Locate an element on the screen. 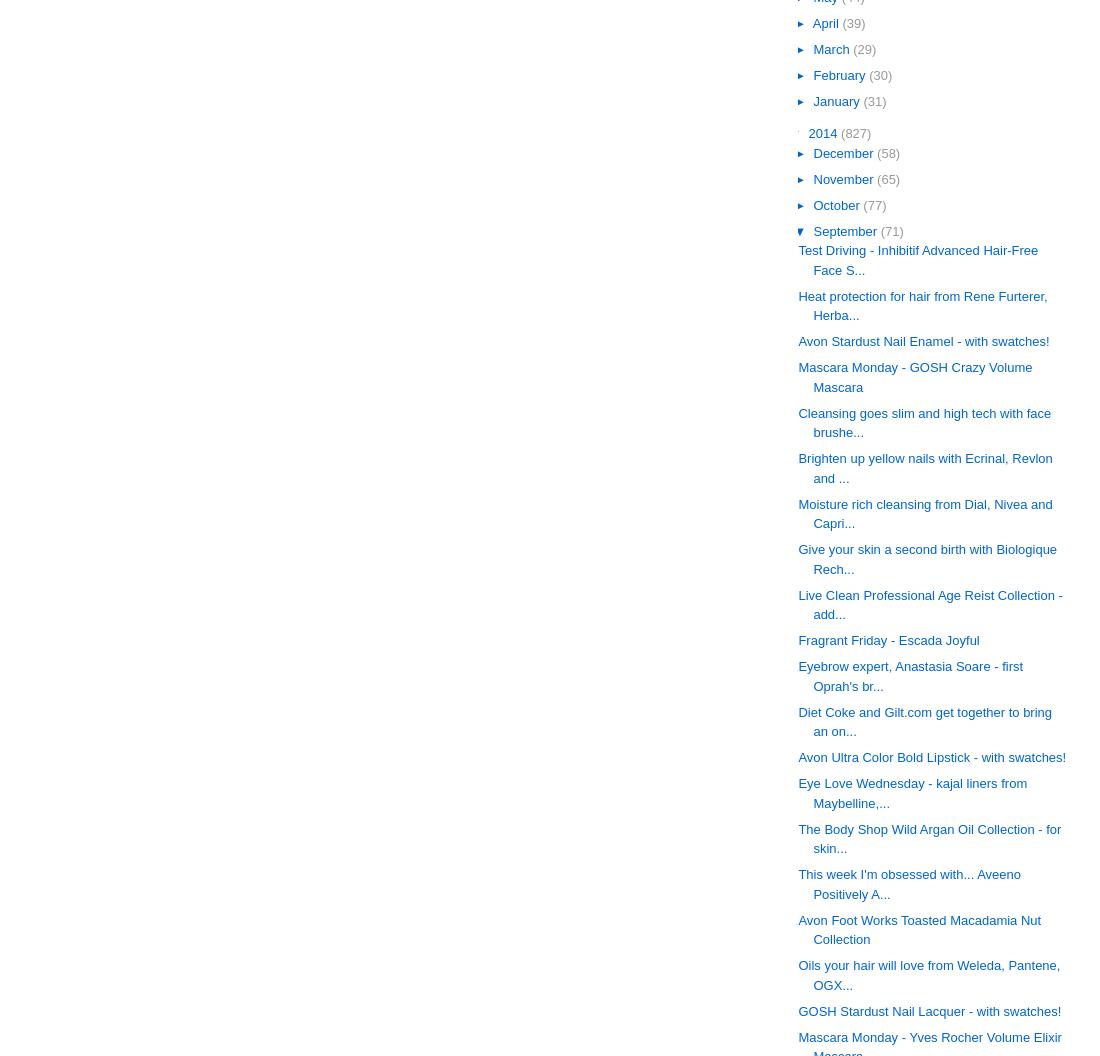 The height and width of the screenshot is (1056, 1100). '2014' is located at coordinates (807, 133).